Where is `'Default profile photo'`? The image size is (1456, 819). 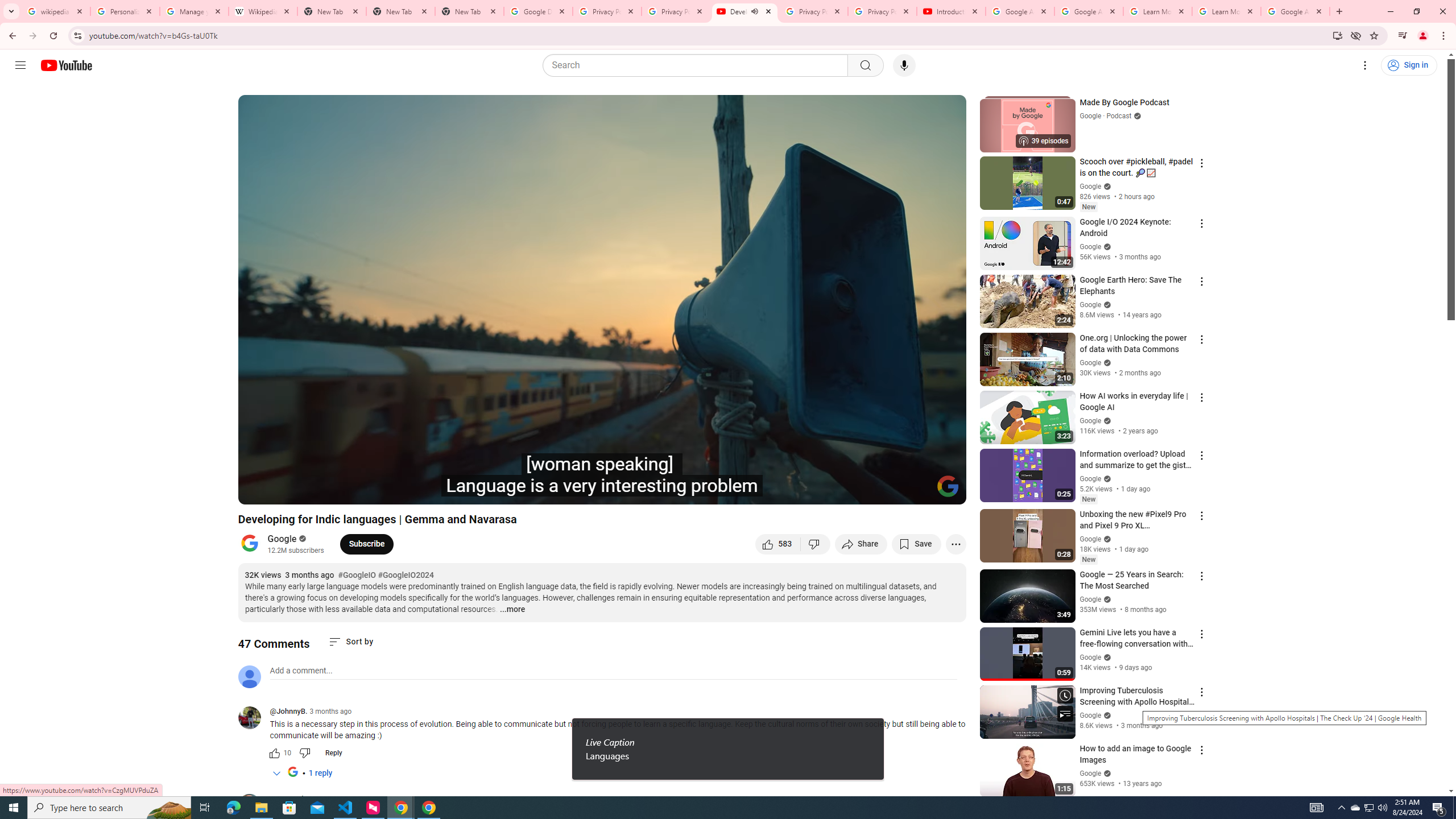
'Default profile photo' is located at coordinates (248, 676).